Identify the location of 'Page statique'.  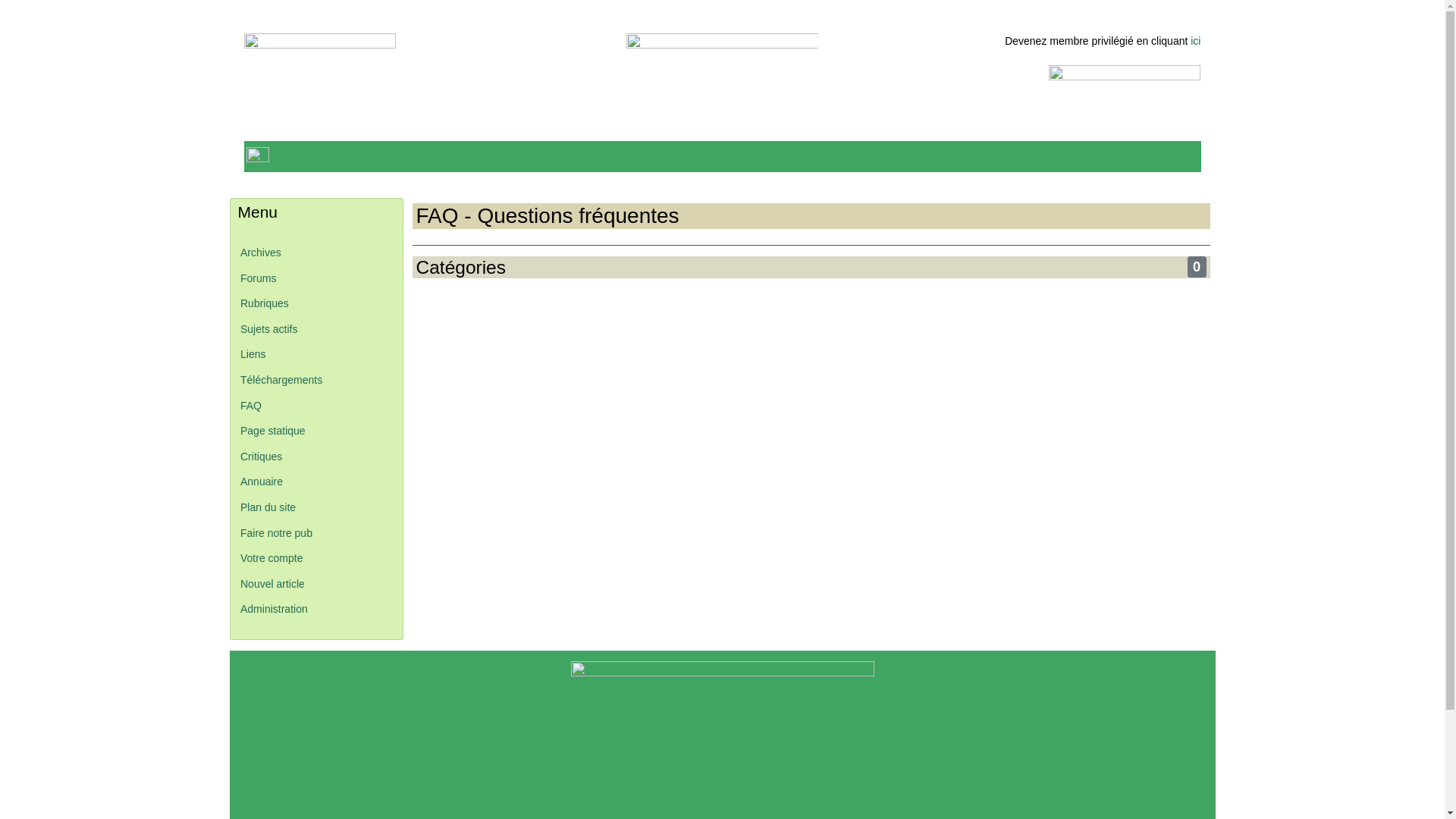
(239, 430).